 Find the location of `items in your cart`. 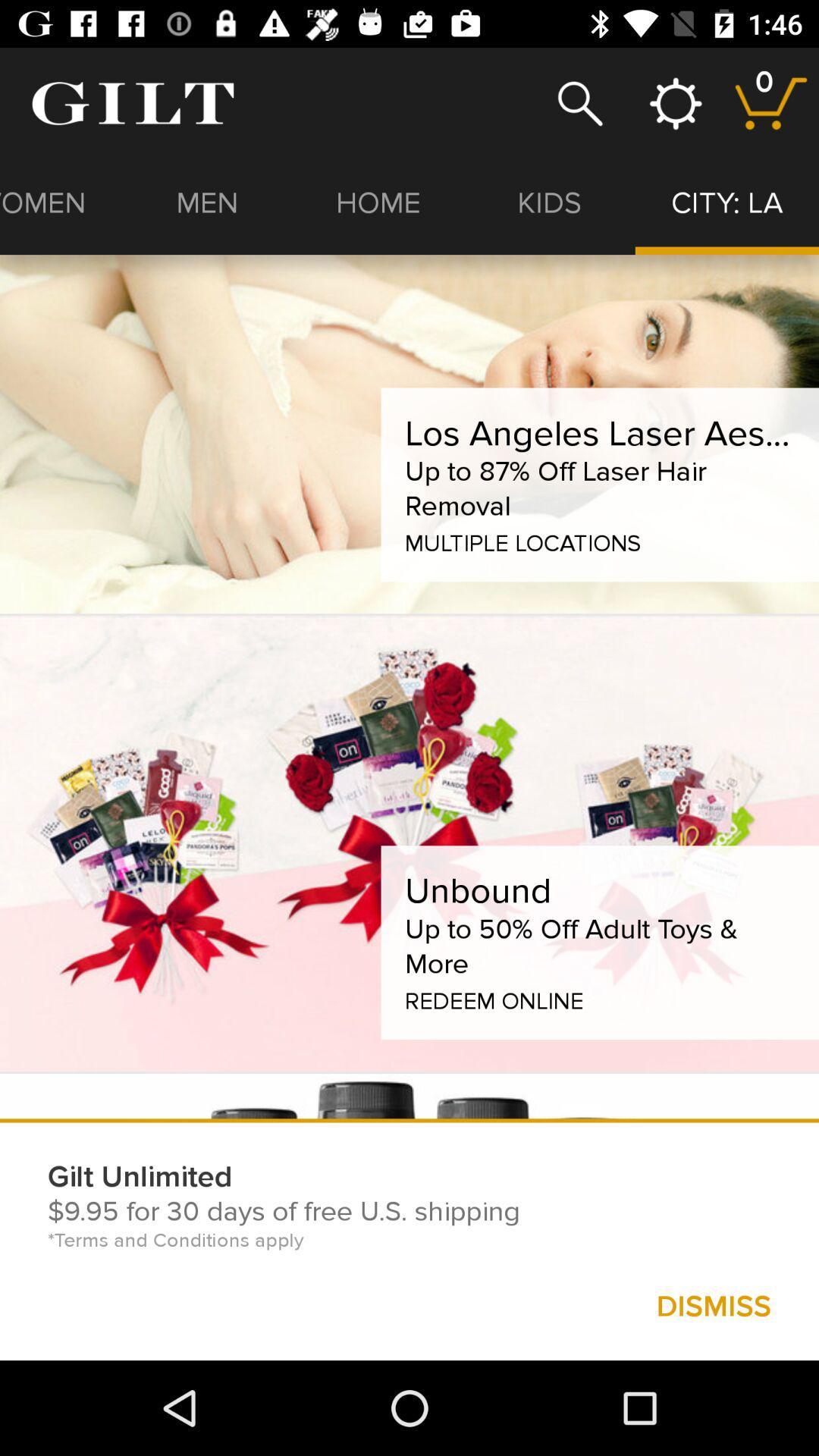

items in your cart is located at coordinates (771, 102).